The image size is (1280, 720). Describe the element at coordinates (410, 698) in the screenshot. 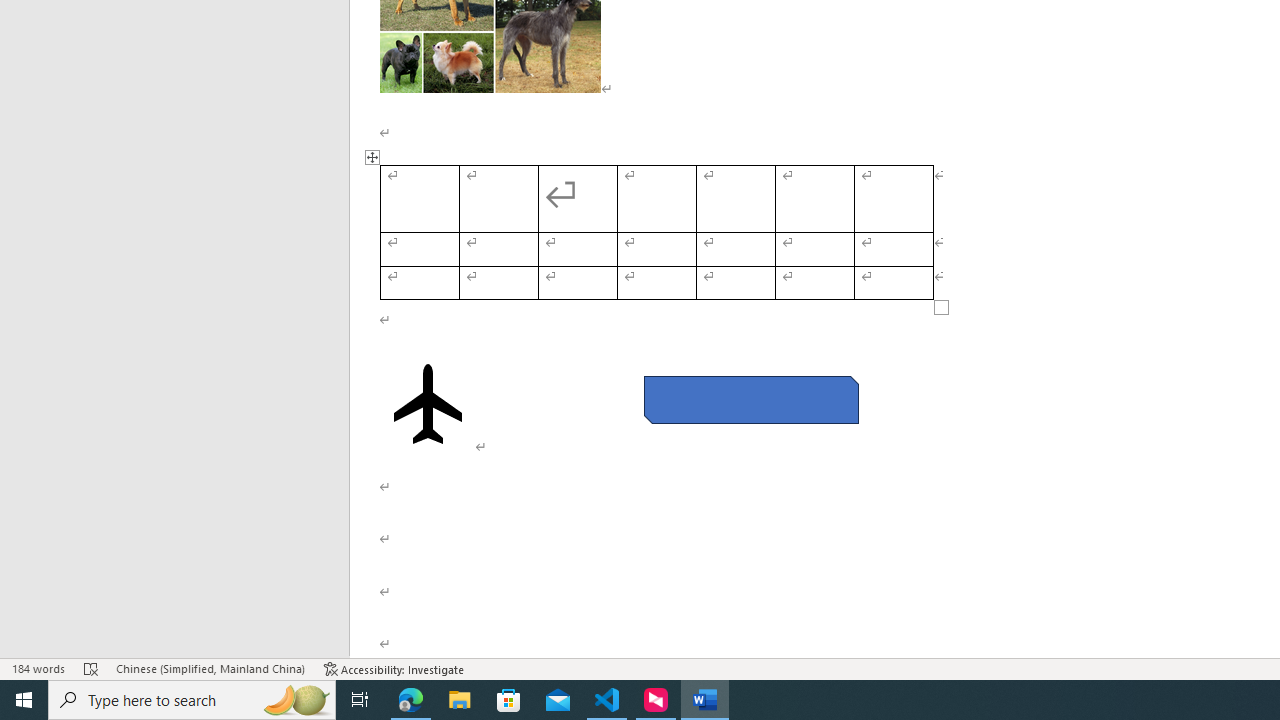

I see `'Microsoft Edge - 1 running window'` at that location.